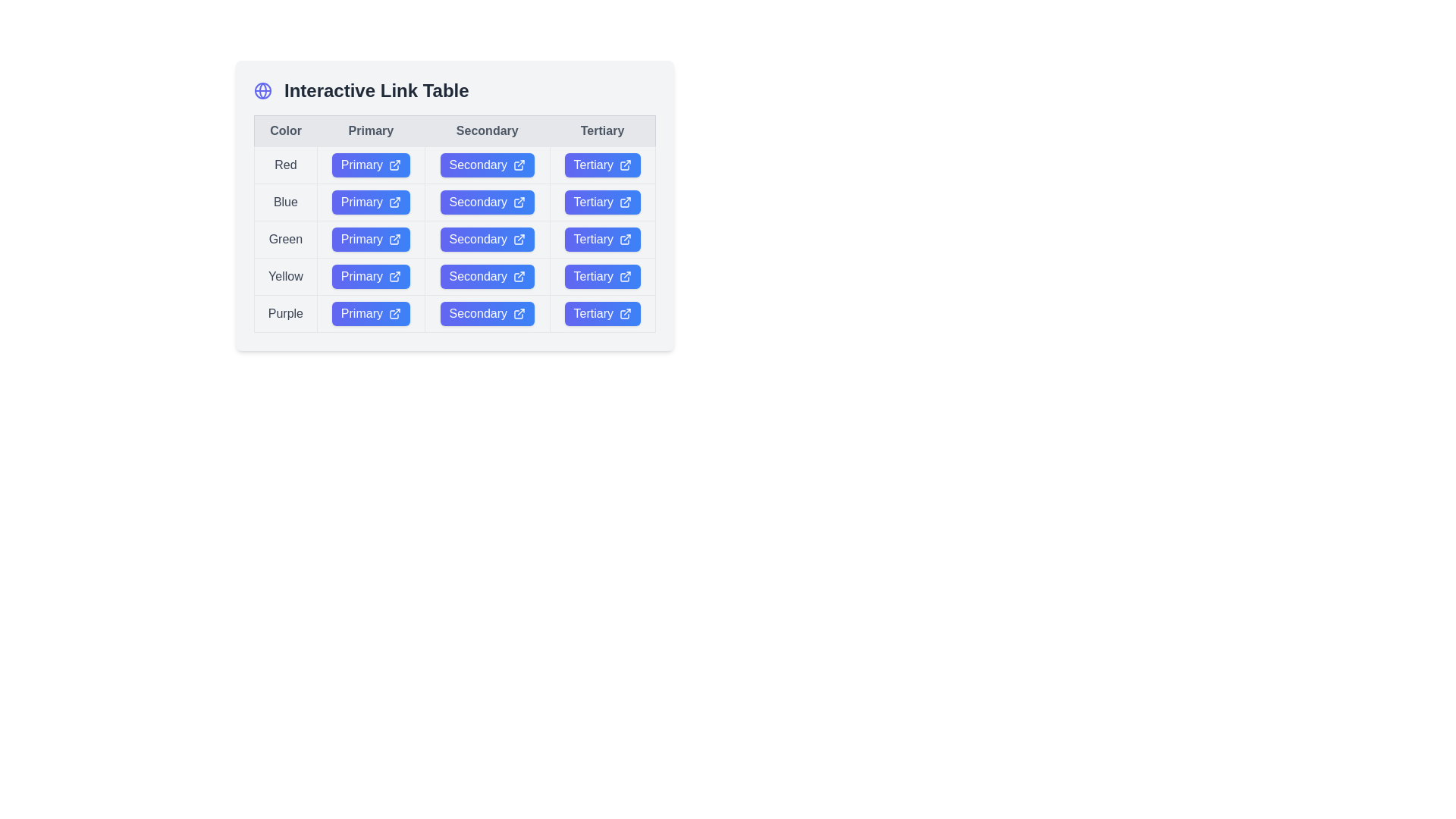 The height and width of the screenshot is (819, 1456). I want to click on the button labeled 'Tertiary' located in the fourth row of the 'Interactive Link Table' for visual feedback, so click(601, 277).